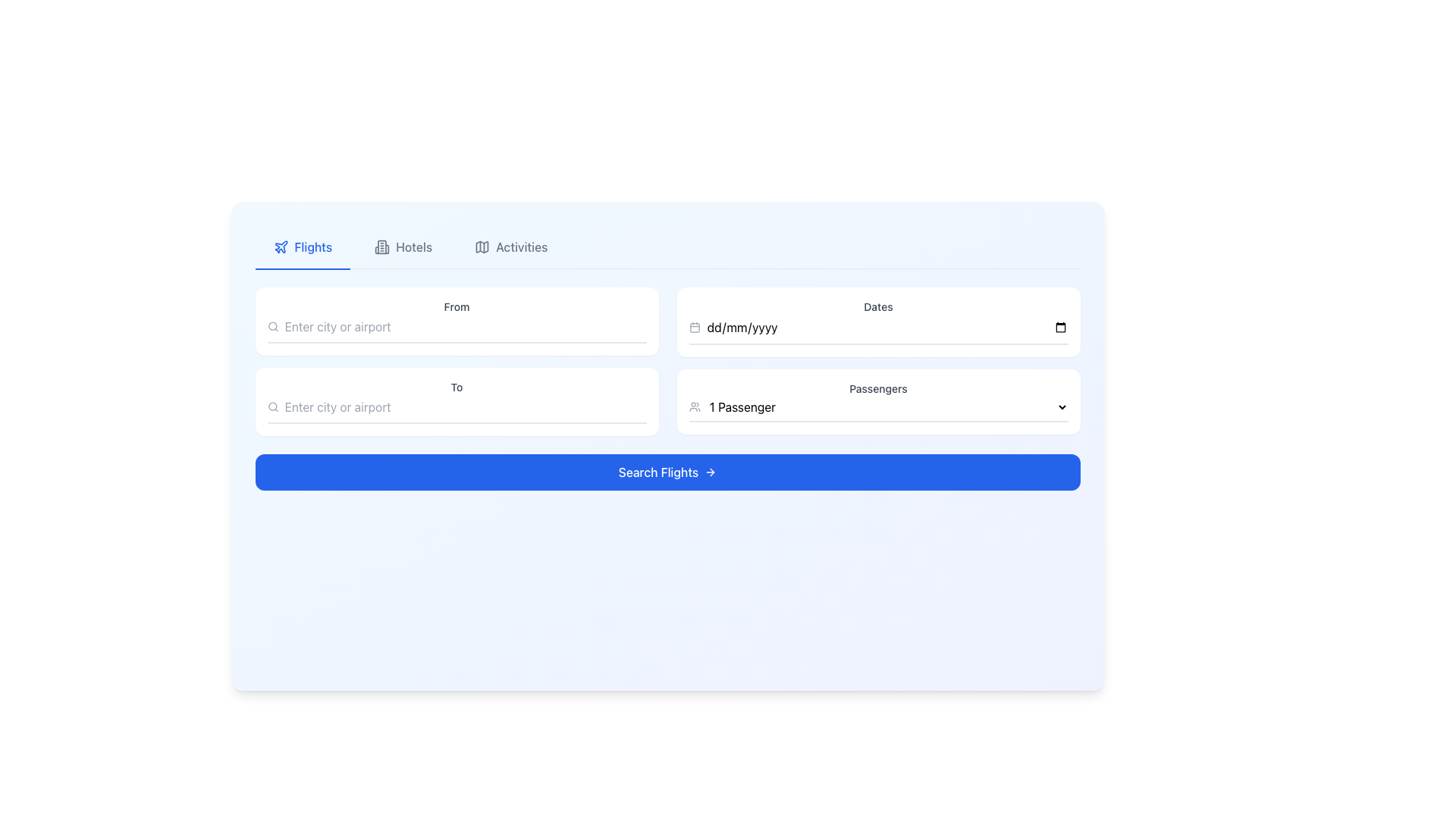 The width and height of the screenshot is (1456, 819). I want to click on the icon indicating the purpose of the input field for selecting the number of passengers, located to the left of the text input displaying '1 Passenger', so click(694, 406).